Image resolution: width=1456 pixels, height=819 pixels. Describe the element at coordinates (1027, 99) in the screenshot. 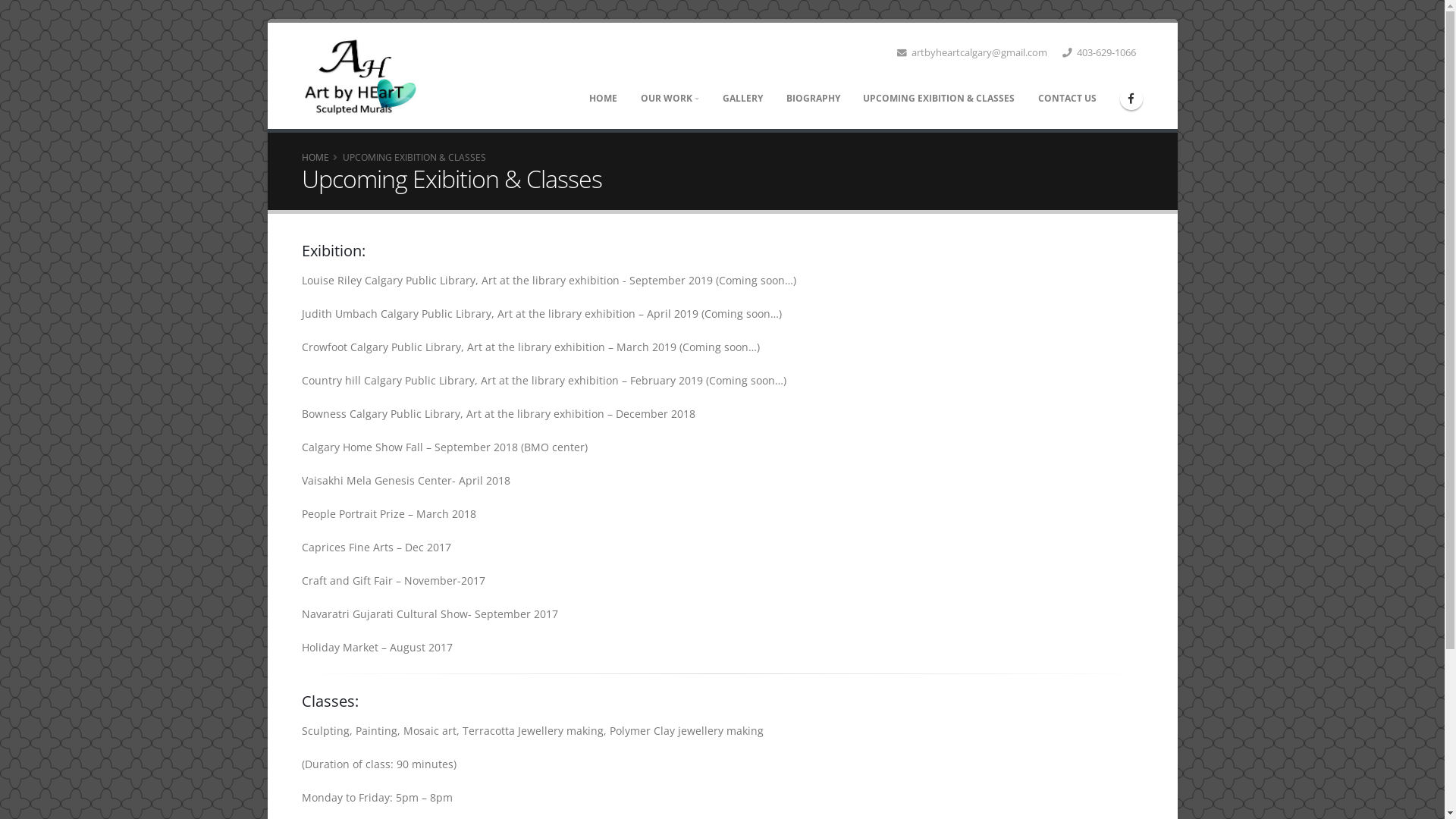

I see `'CONTACT US'` at that location.